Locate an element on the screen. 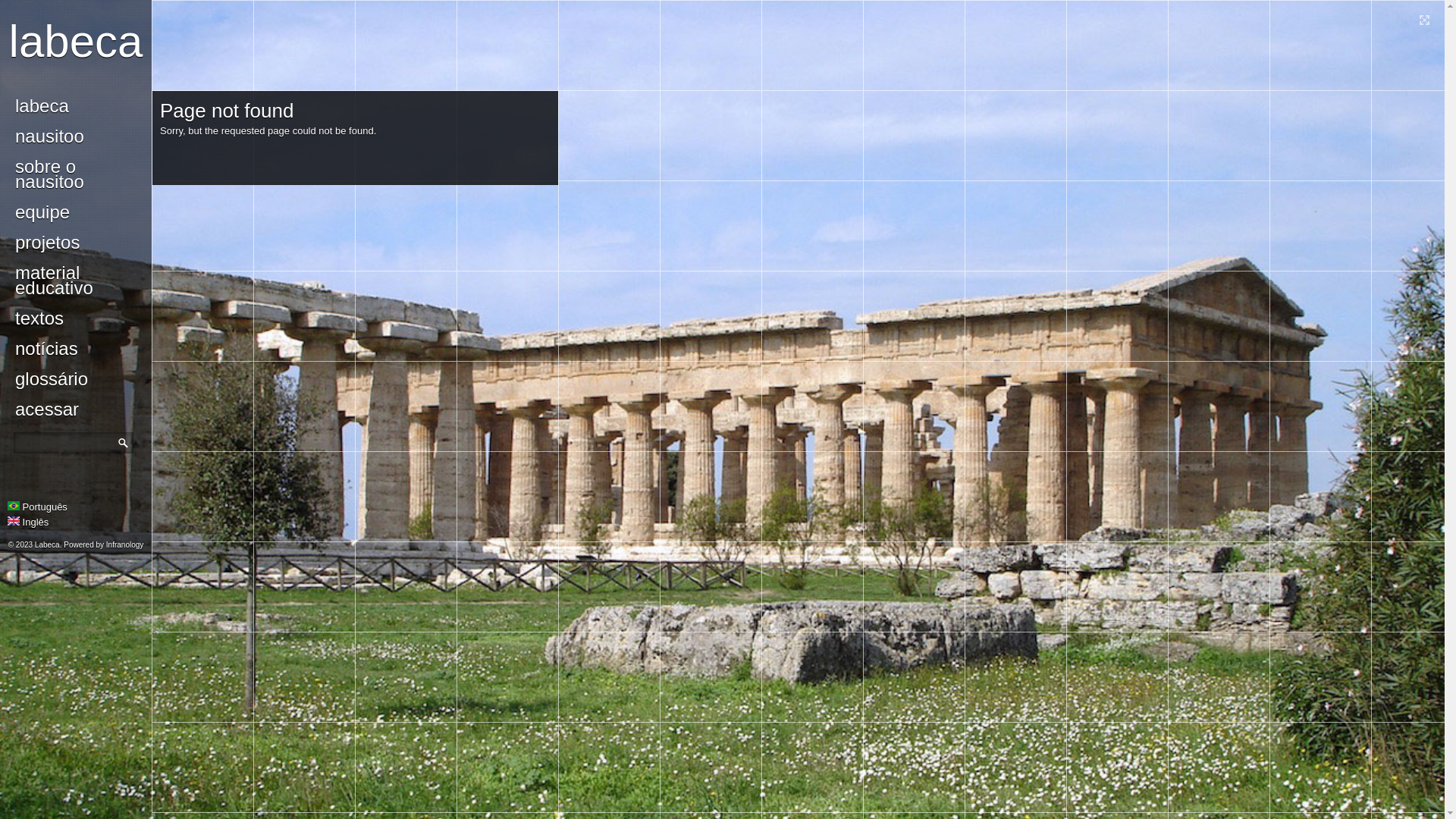 The height and width of the screenshot is (819, 1456). 'equipe' is located at coordinates (75, 212).